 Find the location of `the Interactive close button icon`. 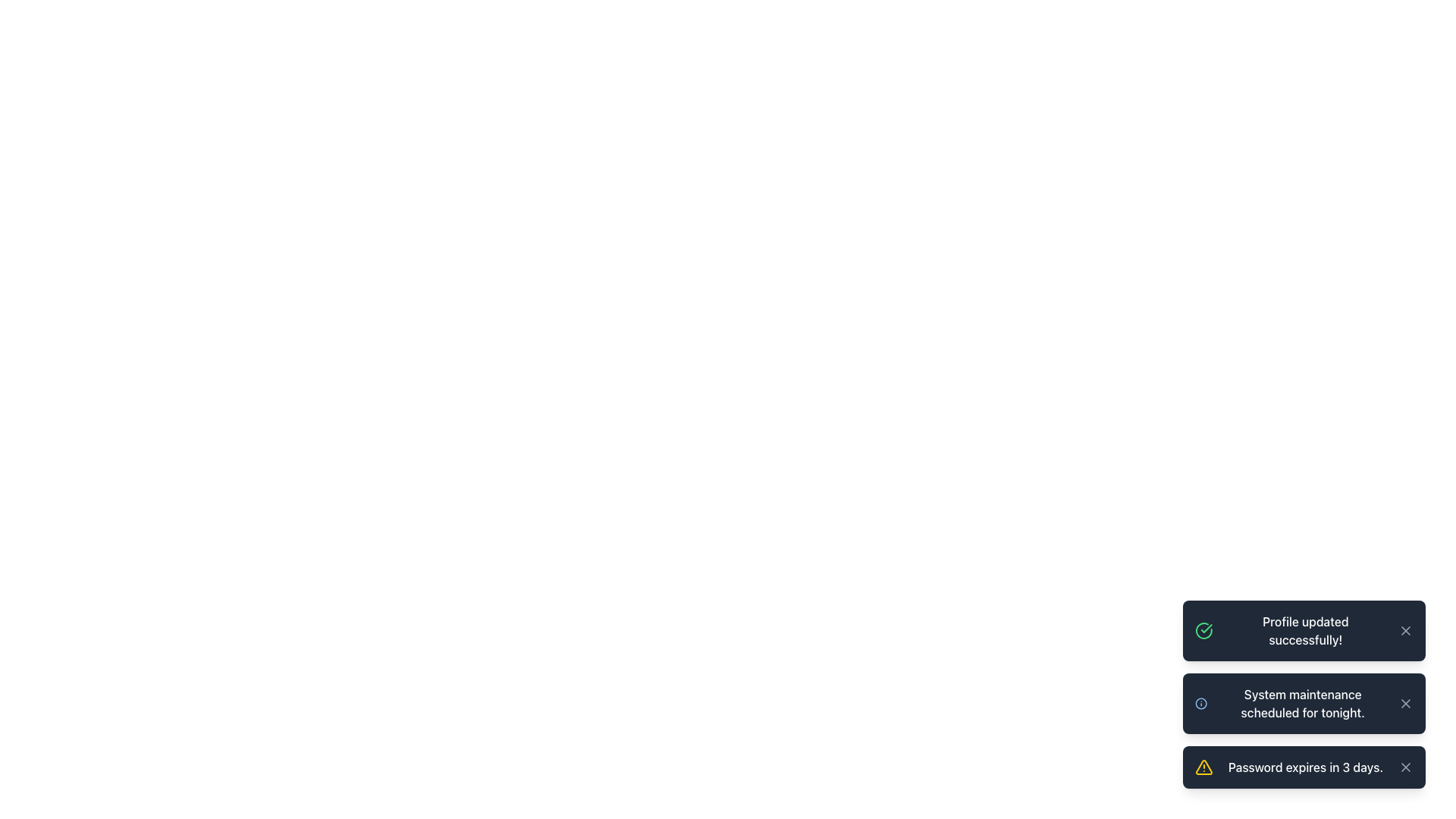

the Interactive close button icon is located at coordinates (1404, 631).